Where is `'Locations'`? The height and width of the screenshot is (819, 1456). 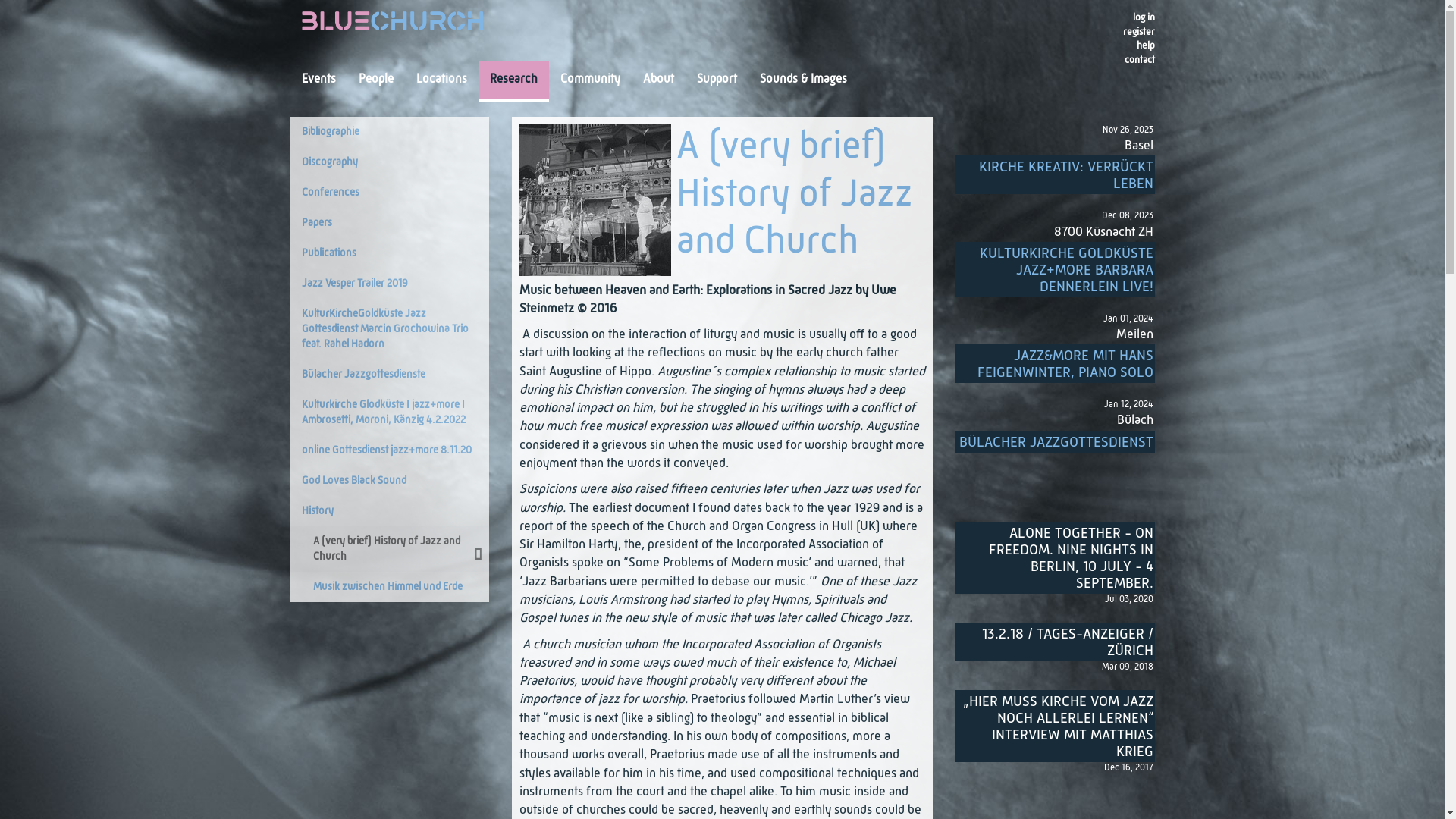 'Locations' is located at coordinates (441, 79).